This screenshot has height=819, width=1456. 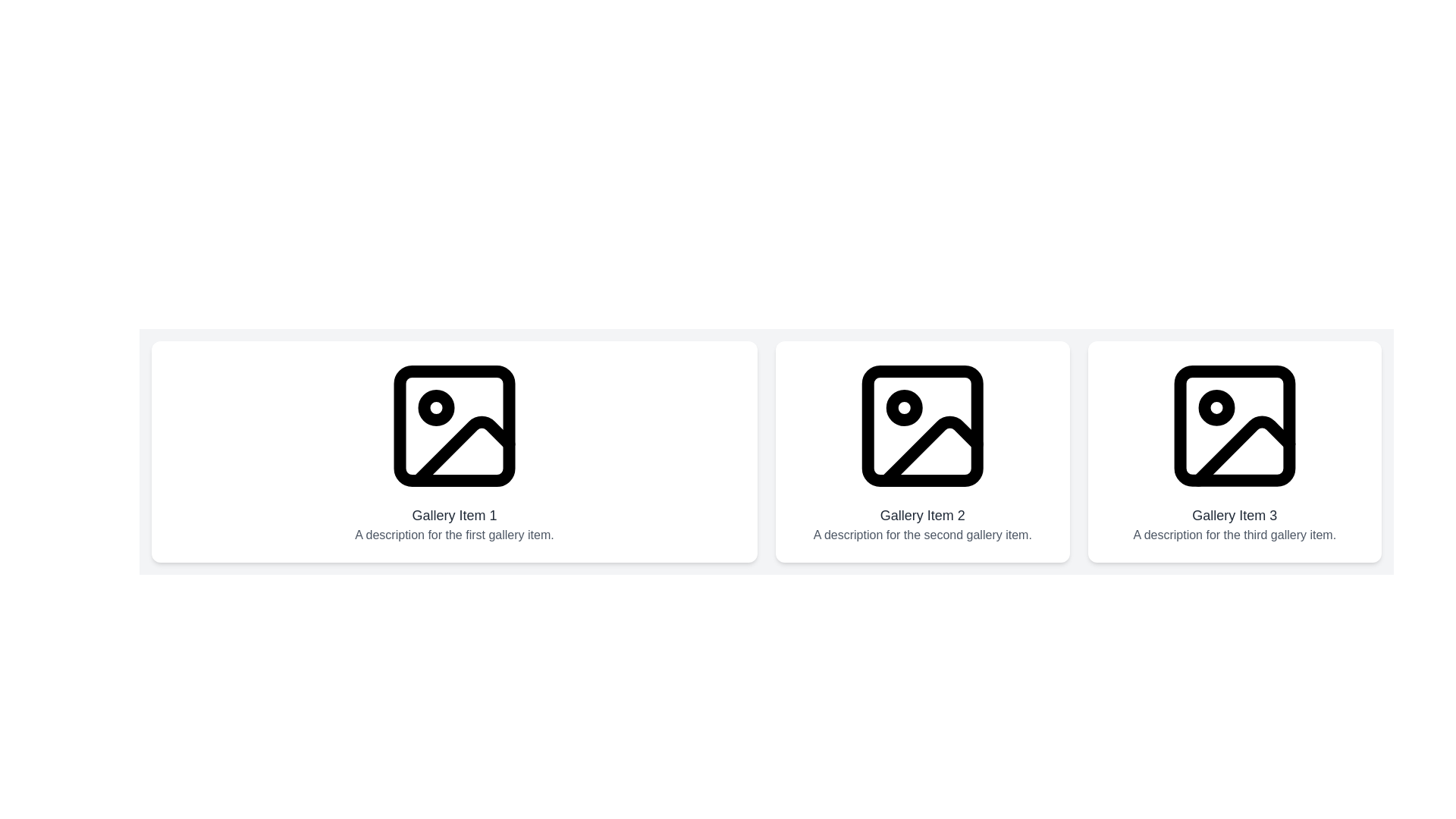 I want to click on the small circular graphical indicator located within the image icon of the second gallery section, positioned centrally within its graphical placeholder, so click(x=904, y=406).